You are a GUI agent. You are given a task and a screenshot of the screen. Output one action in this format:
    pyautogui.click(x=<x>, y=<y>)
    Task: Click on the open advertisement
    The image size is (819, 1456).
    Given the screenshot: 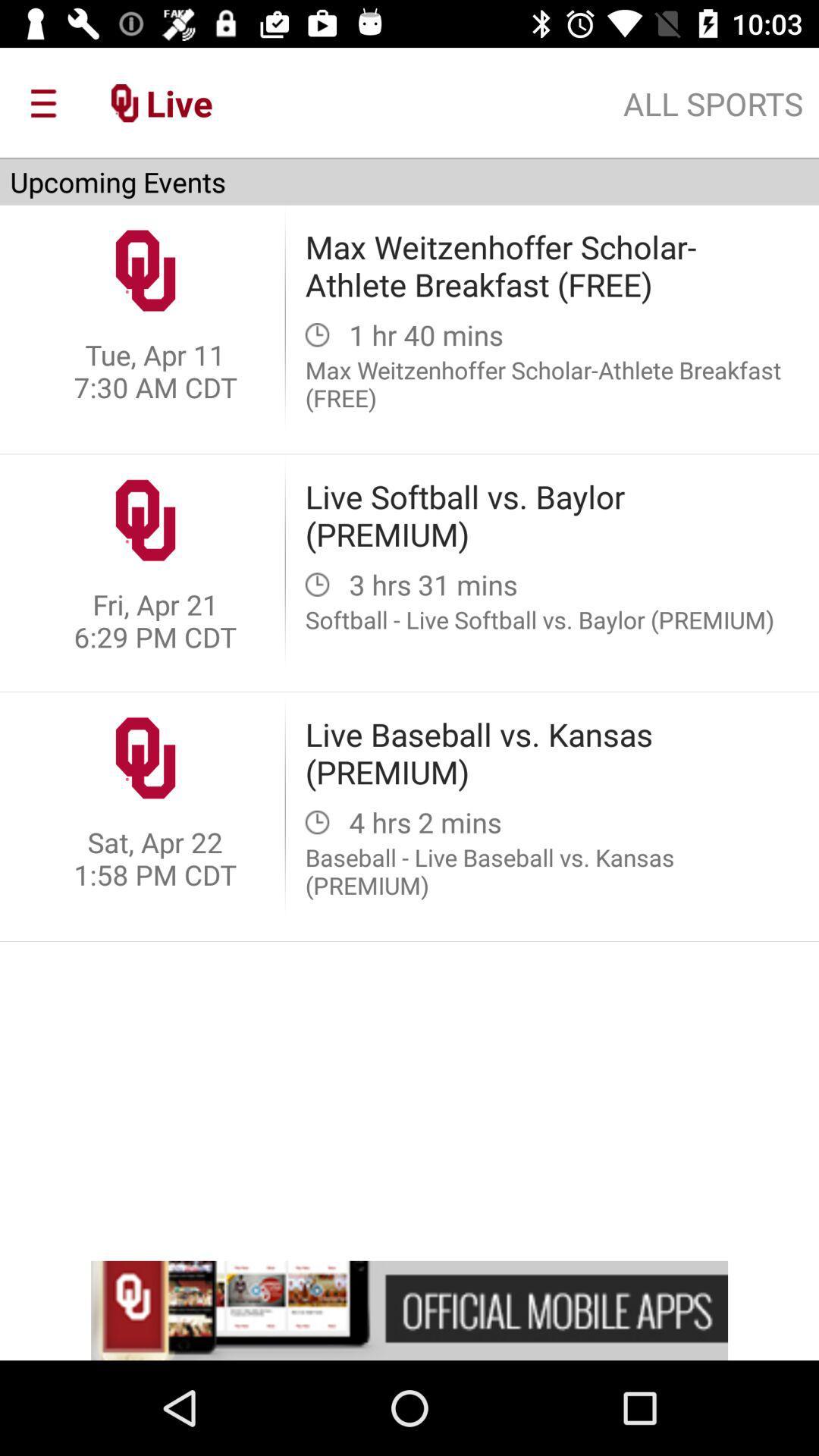 What is the action you would take?
    pyautogui.click(x=409, y=1310)
    